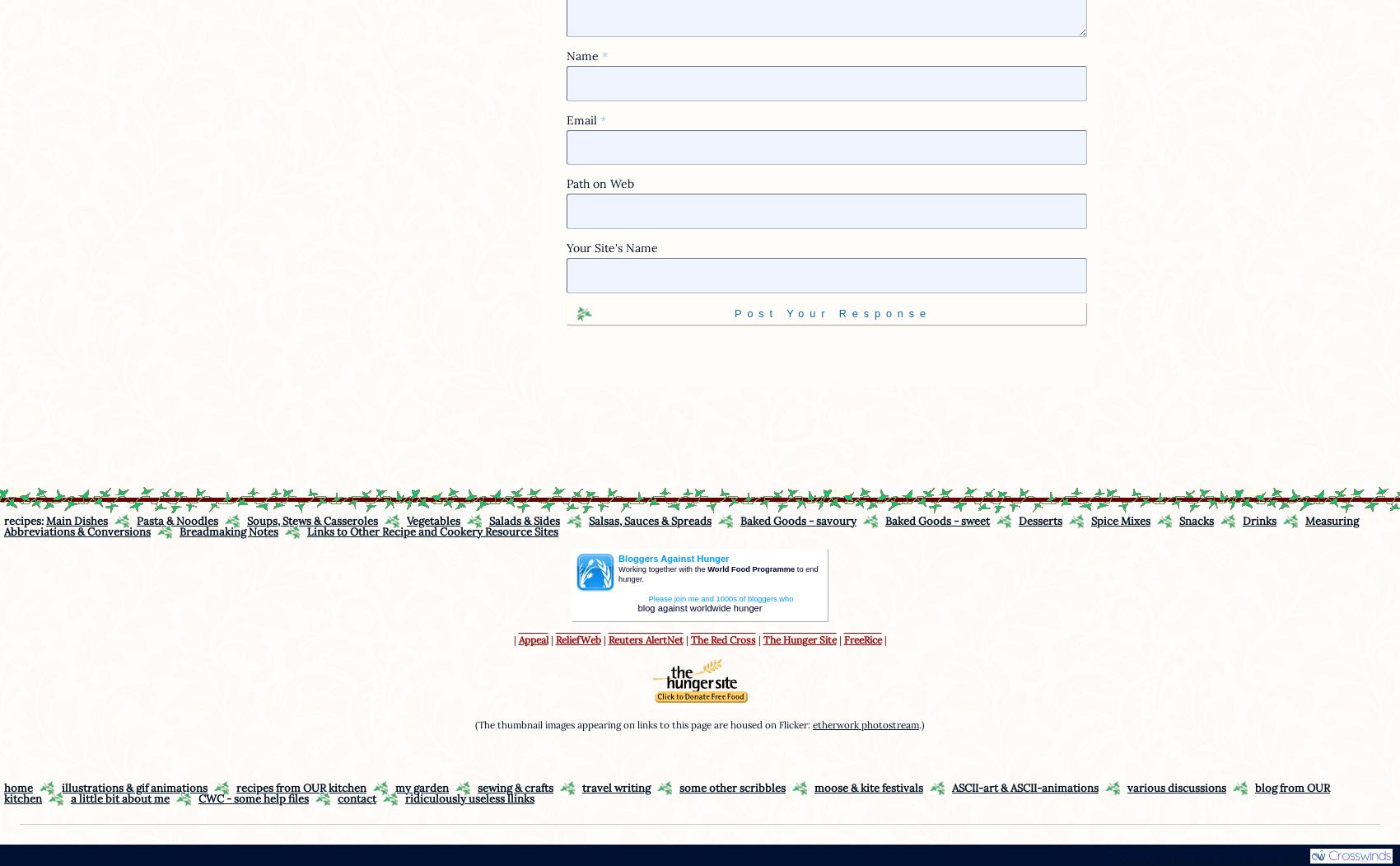 The width and height of the screenshot is (1400, 866). Describe the element at coordinates (77, 519) in the screenshot. I see `'Main Dishes'` at that location.